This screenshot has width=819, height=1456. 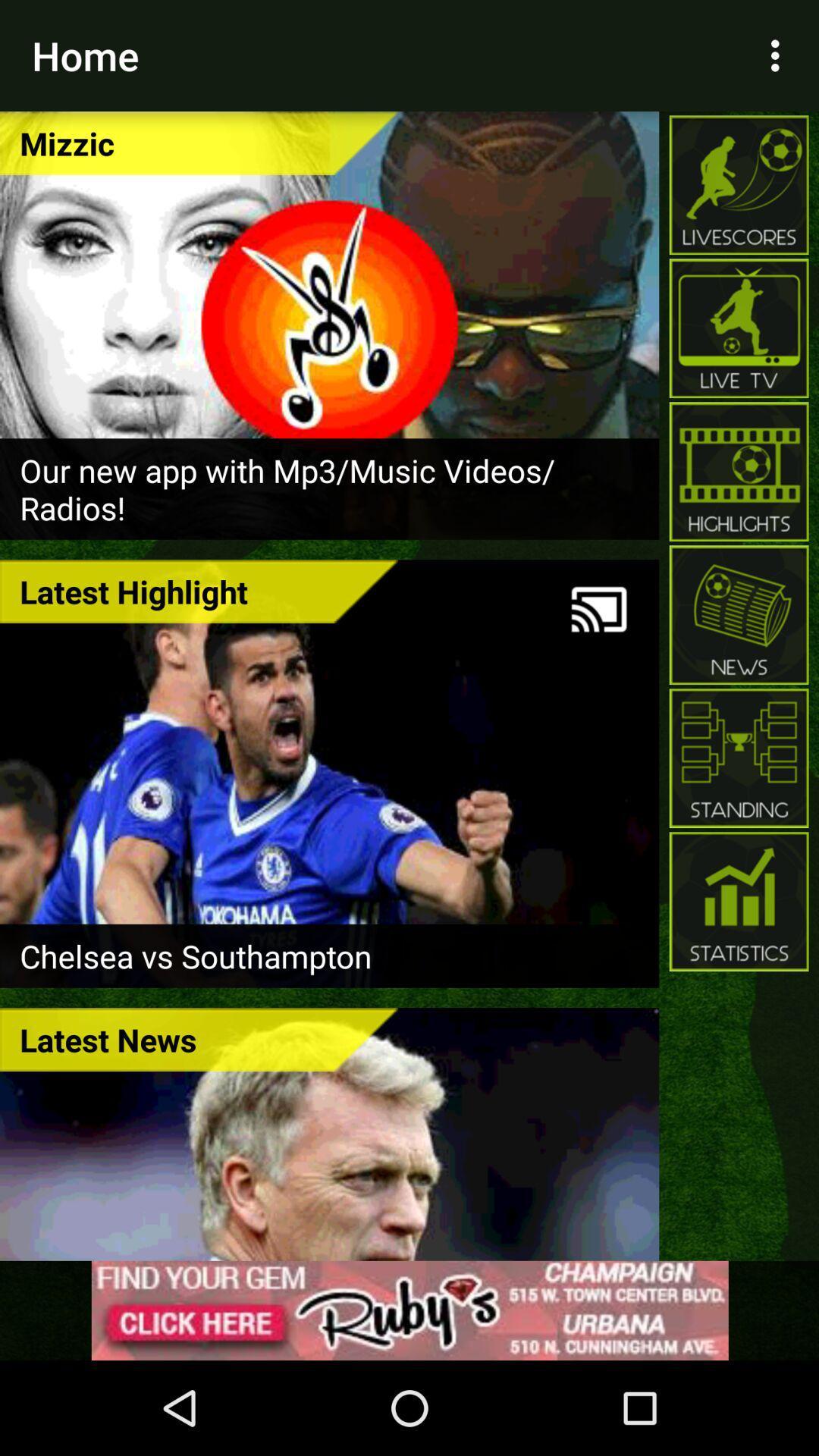 What do you see at coordinates (198, 143) in the screenshot?
I see `icon above our new app icon` at bounding box center [198, 143].